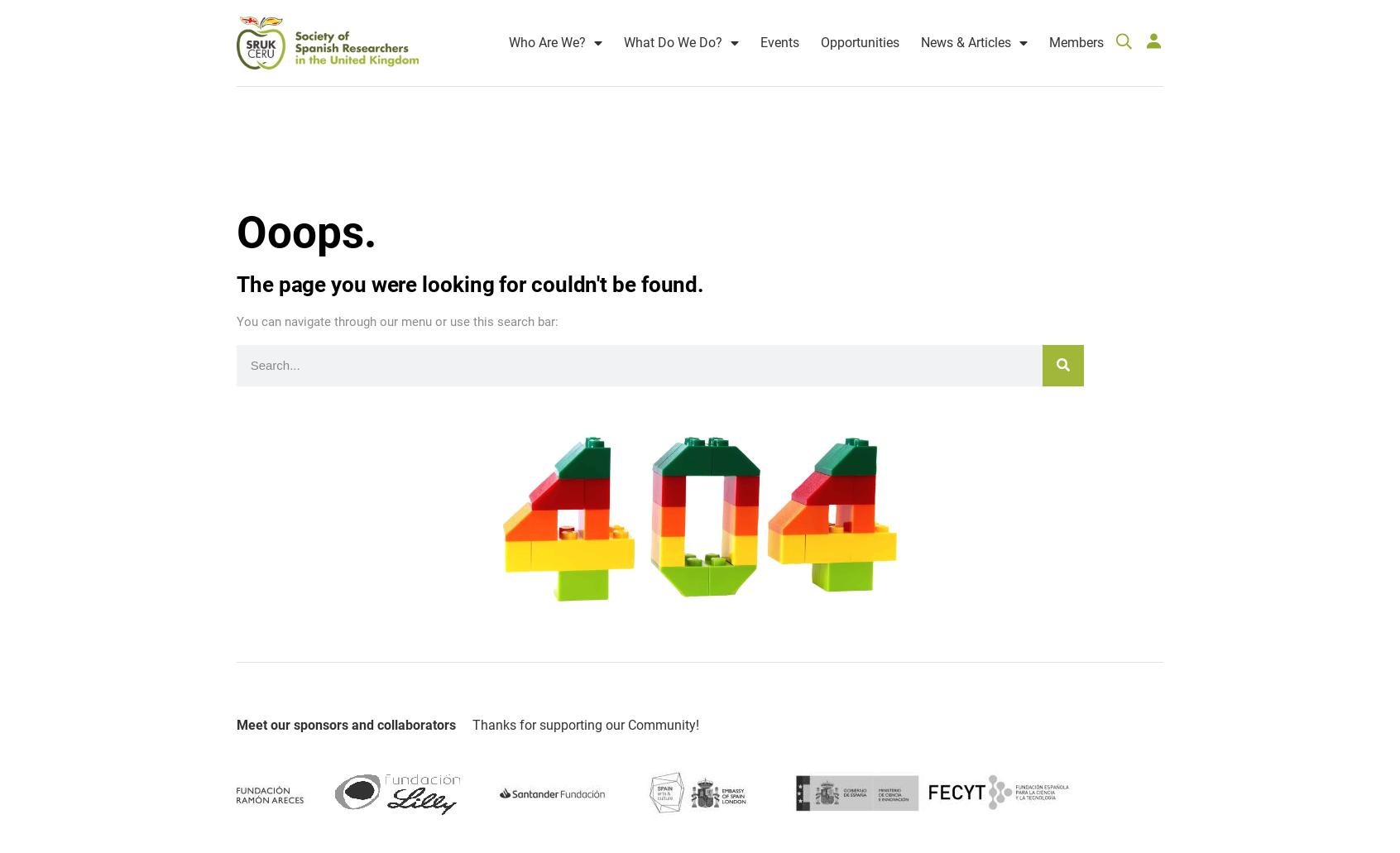 This screenshot has height=853, width=1400. What do you see at coordinates (965, 27) in the screenshot?
I see `'News & Articles'` at bounding box center [965, 27].